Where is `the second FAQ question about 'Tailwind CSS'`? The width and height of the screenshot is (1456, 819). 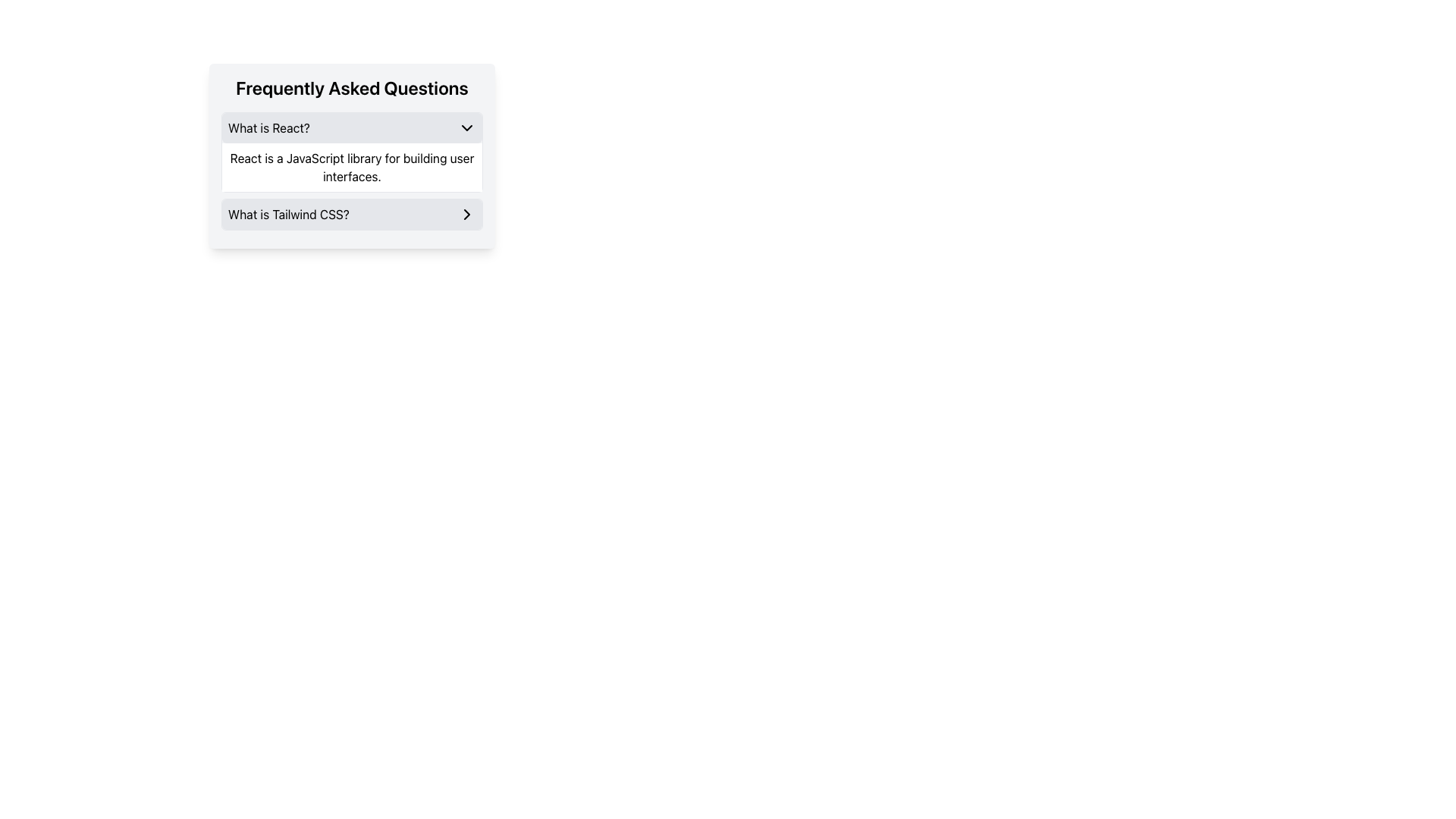
the second FAQ question about 'Tailwind CSS' is located at coordinates (351, 214).